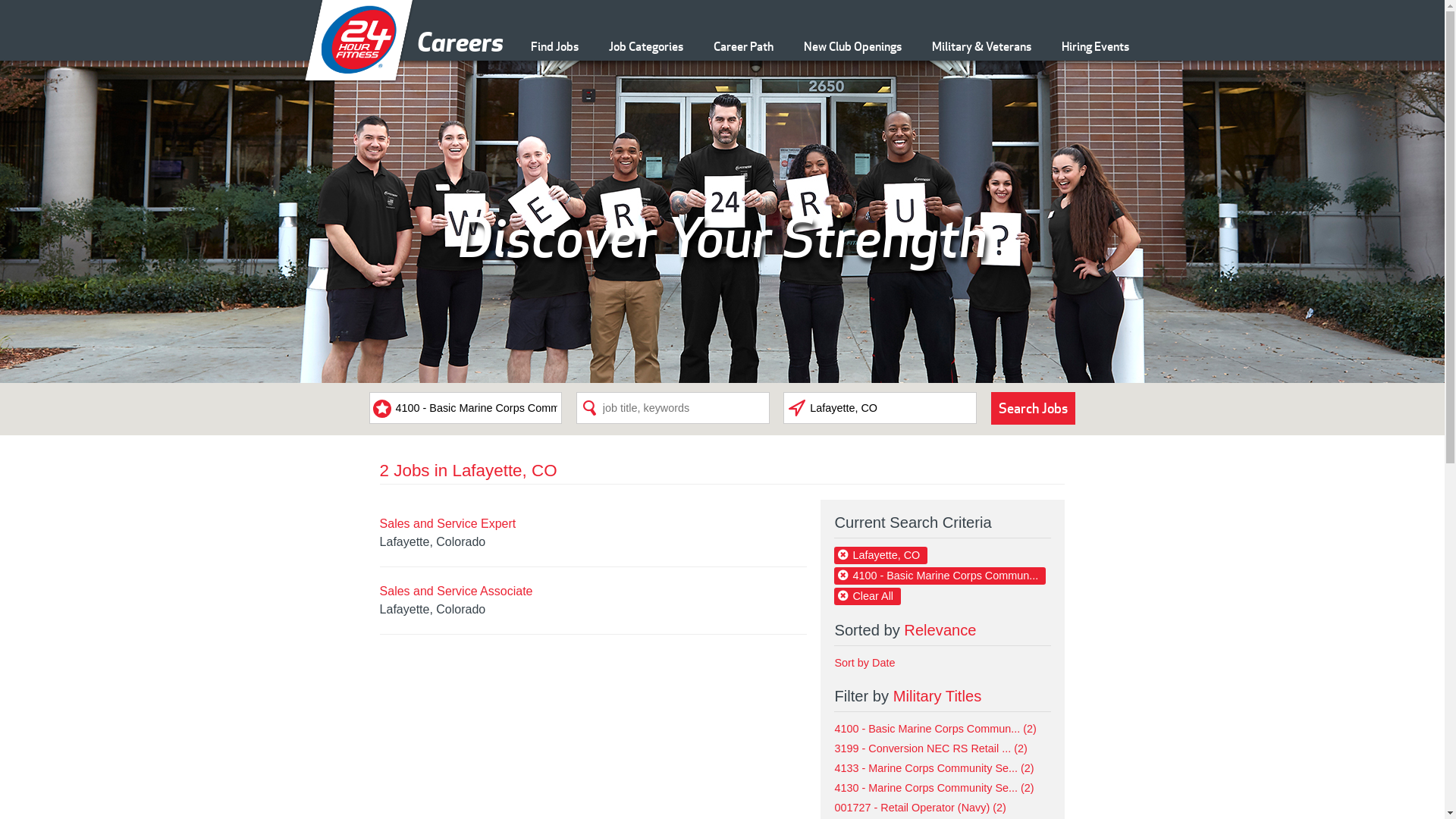 This screenshot has width=1456, height=819. I want to click on '3199 - Conversion NEC RS Retail ... (2)', so click(930, 748).